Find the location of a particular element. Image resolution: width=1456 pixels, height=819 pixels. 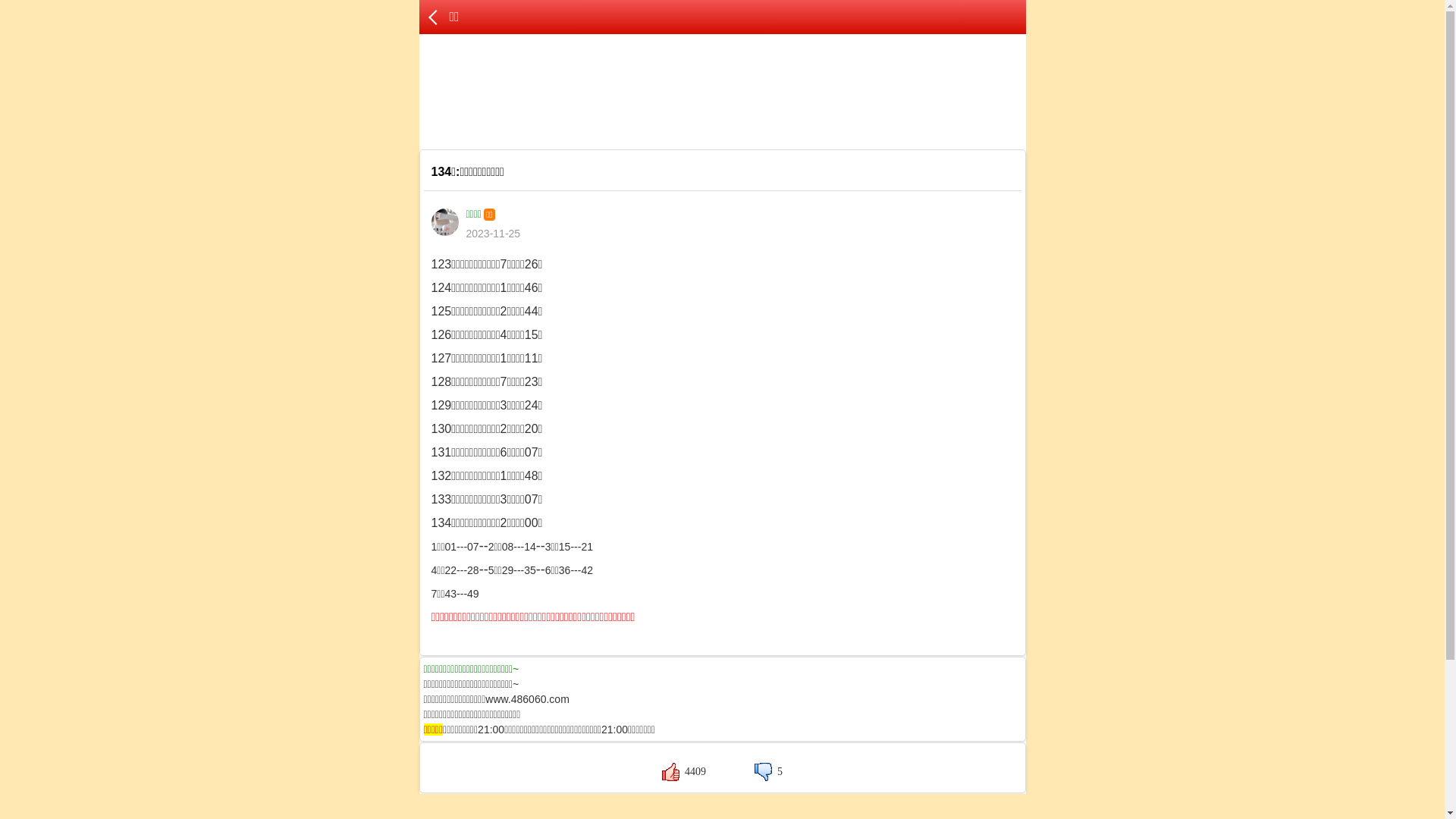

'4409' is located at coordinates (683, 771).